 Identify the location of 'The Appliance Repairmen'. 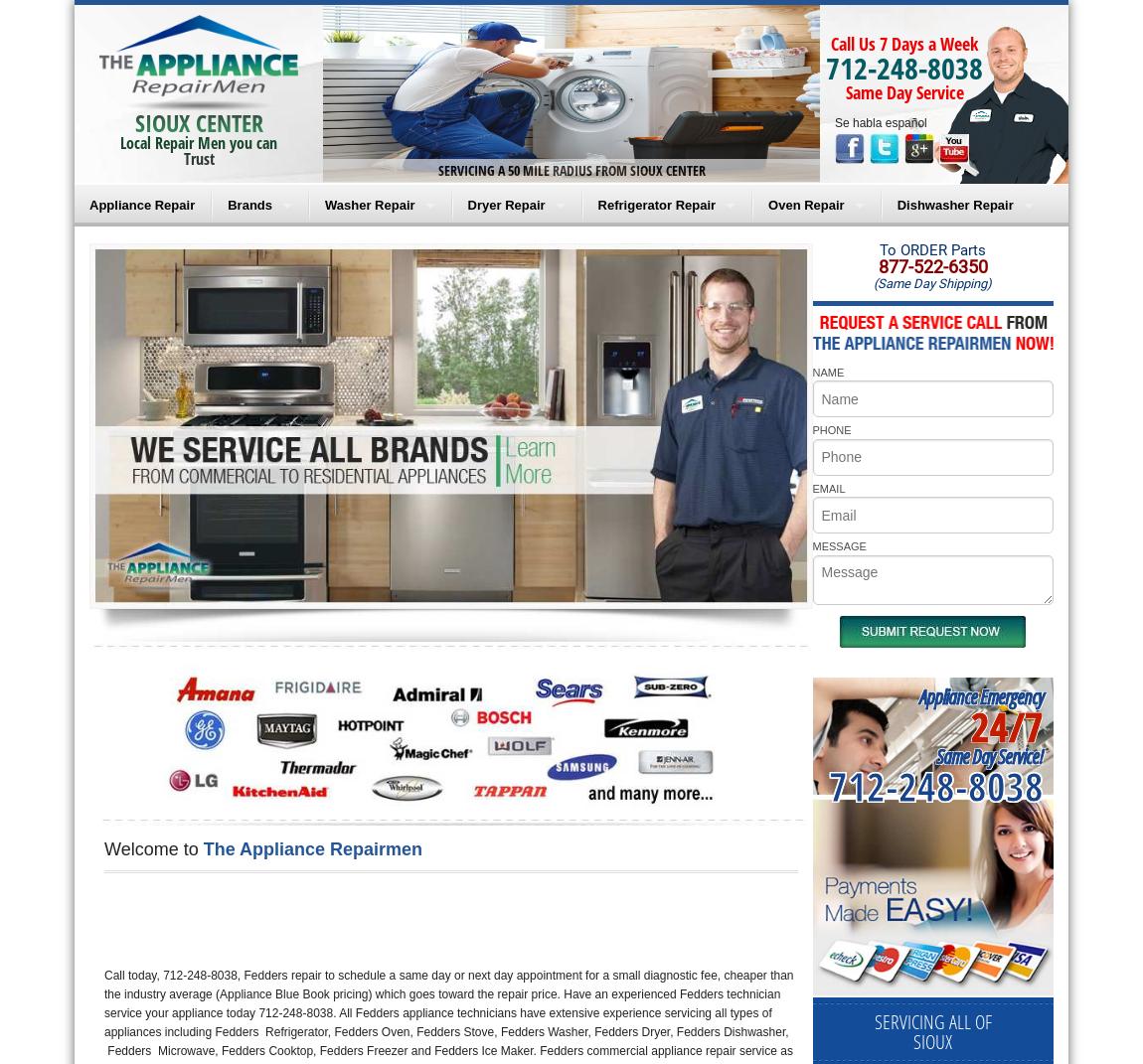
(312, 848).